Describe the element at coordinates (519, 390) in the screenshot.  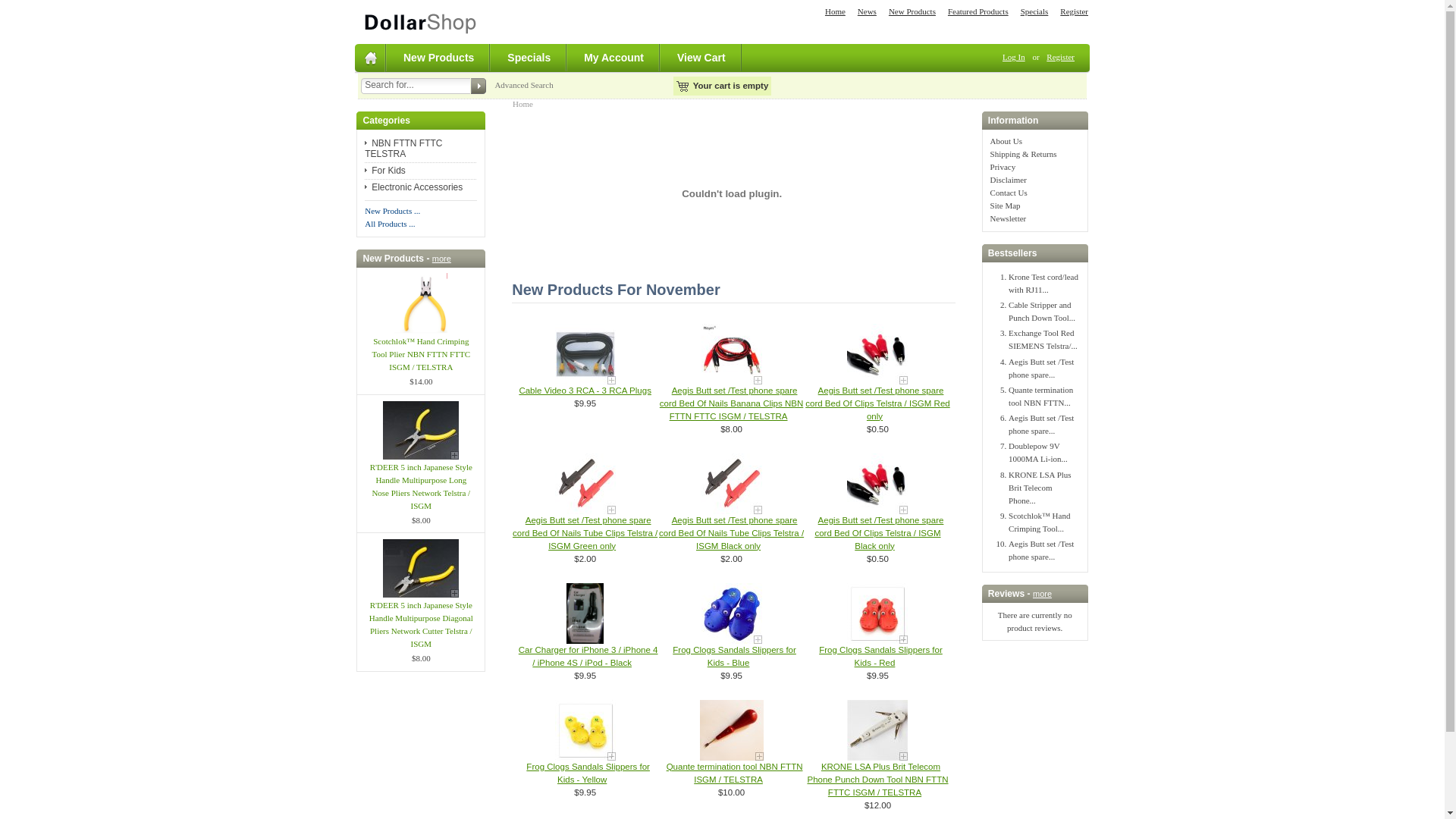
I see `'Cable Video 3 RCA - 3 RCA Plugs'` at that location.